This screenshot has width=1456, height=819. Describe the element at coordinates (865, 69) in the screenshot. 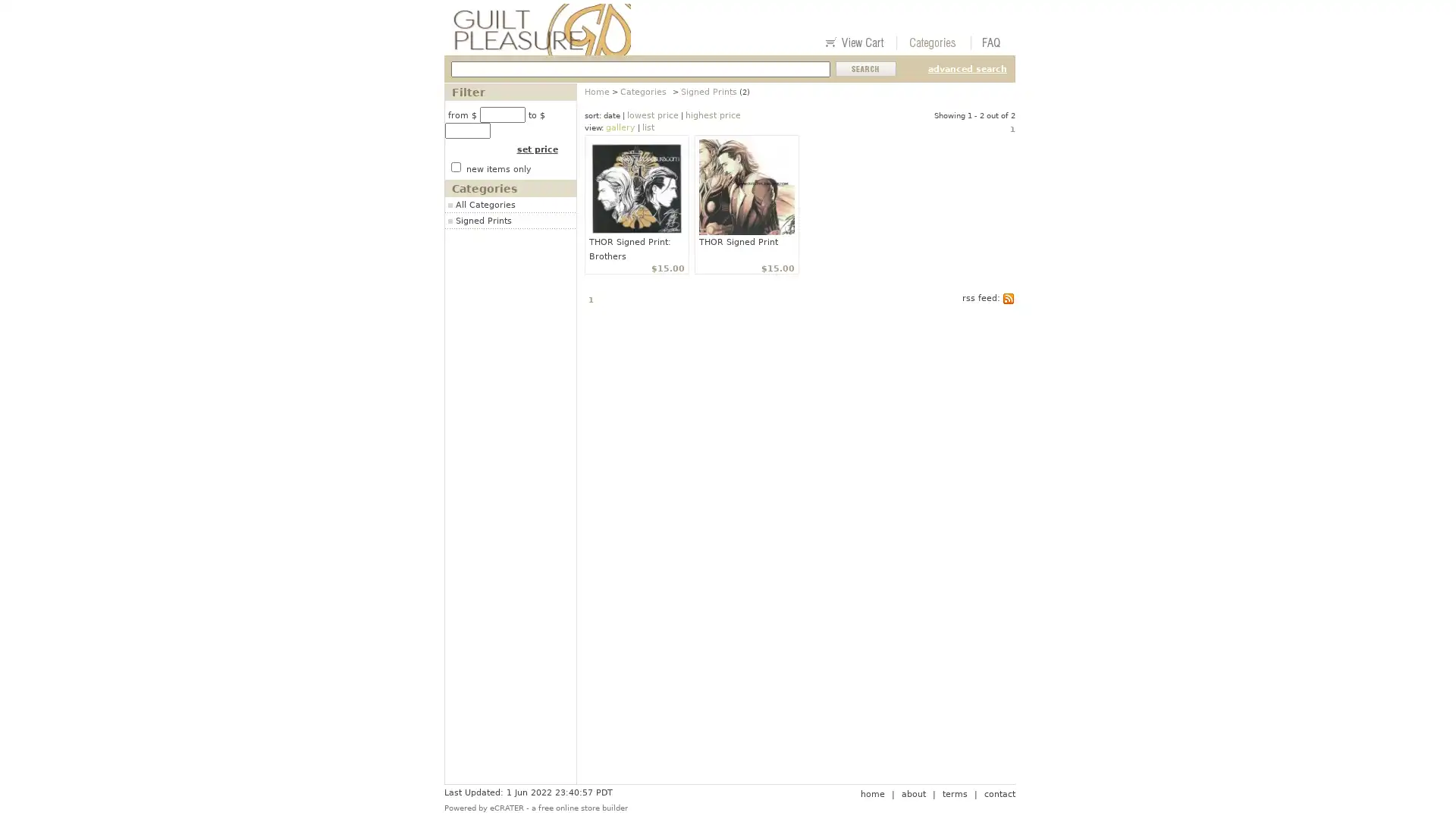

I see `Submit` at that location.